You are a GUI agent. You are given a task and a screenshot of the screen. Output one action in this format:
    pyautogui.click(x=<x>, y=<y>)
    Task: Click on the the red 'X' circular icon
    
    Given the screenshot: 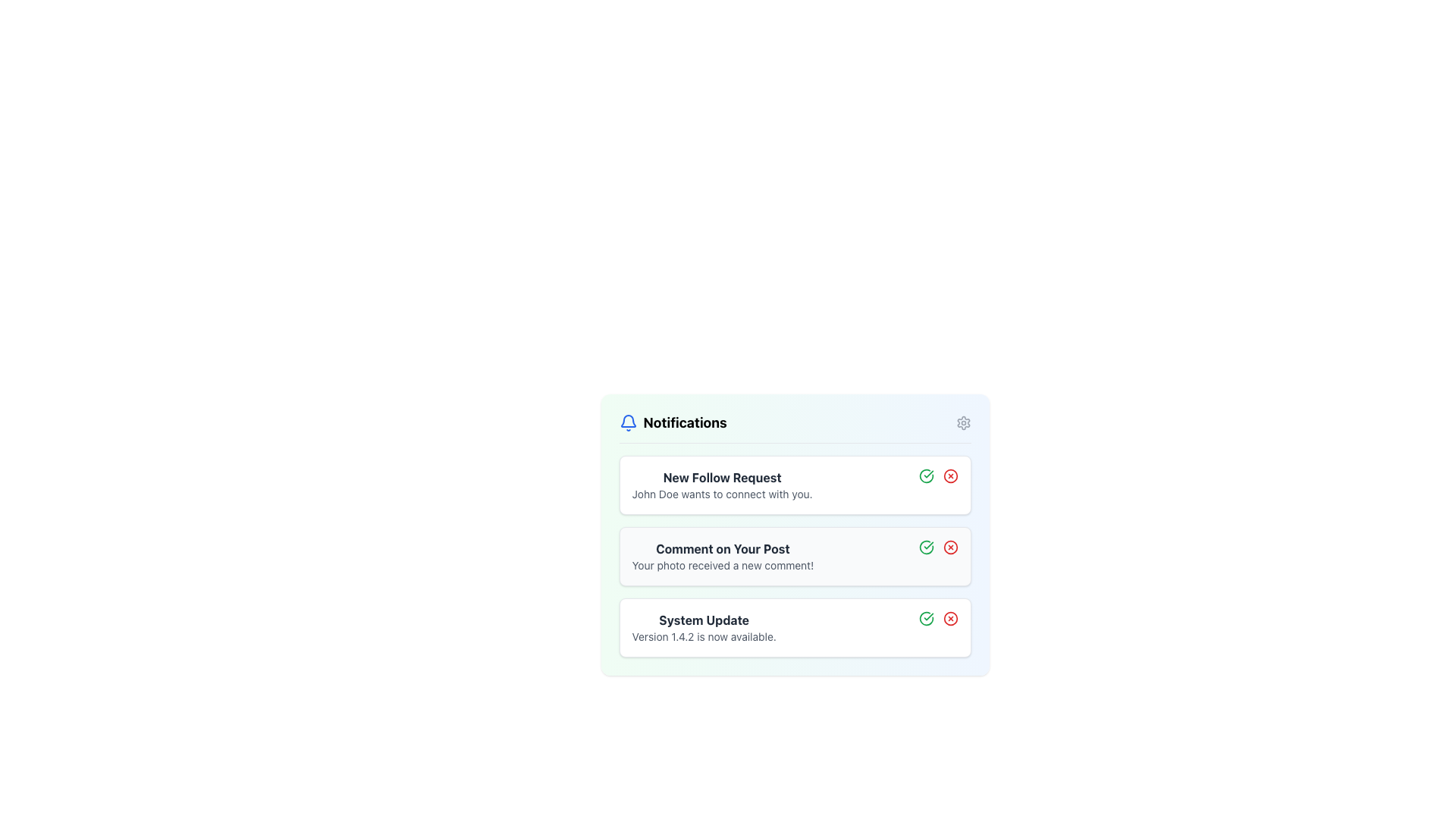 What is the action you would take?
    pyautogui.click(x=949, y=475)
    